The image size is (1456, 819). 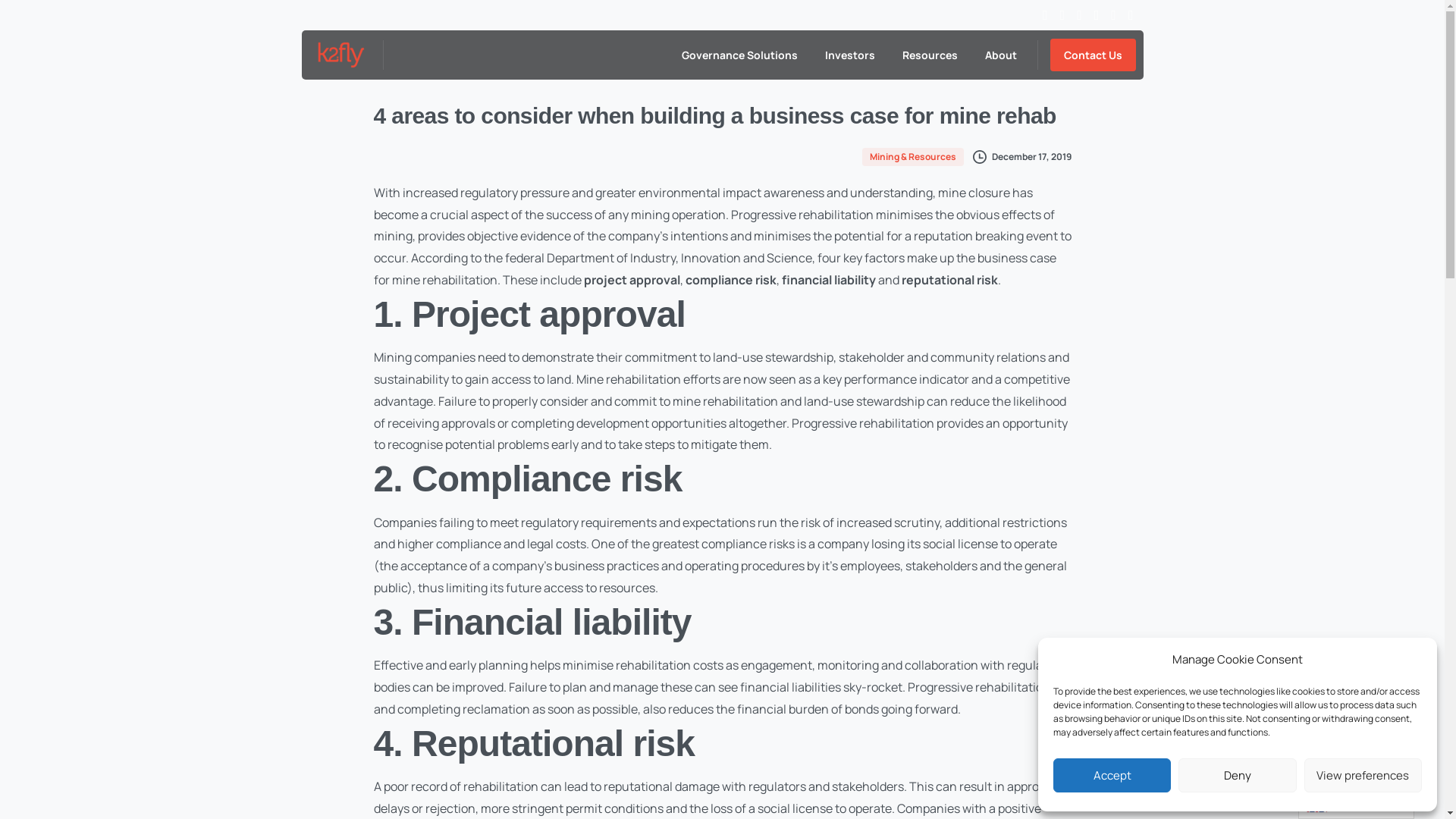 What do you see at coordinates (1363, 775) in the screenshot?
I see `'View preferences'` at bounding box center [1363, 775].